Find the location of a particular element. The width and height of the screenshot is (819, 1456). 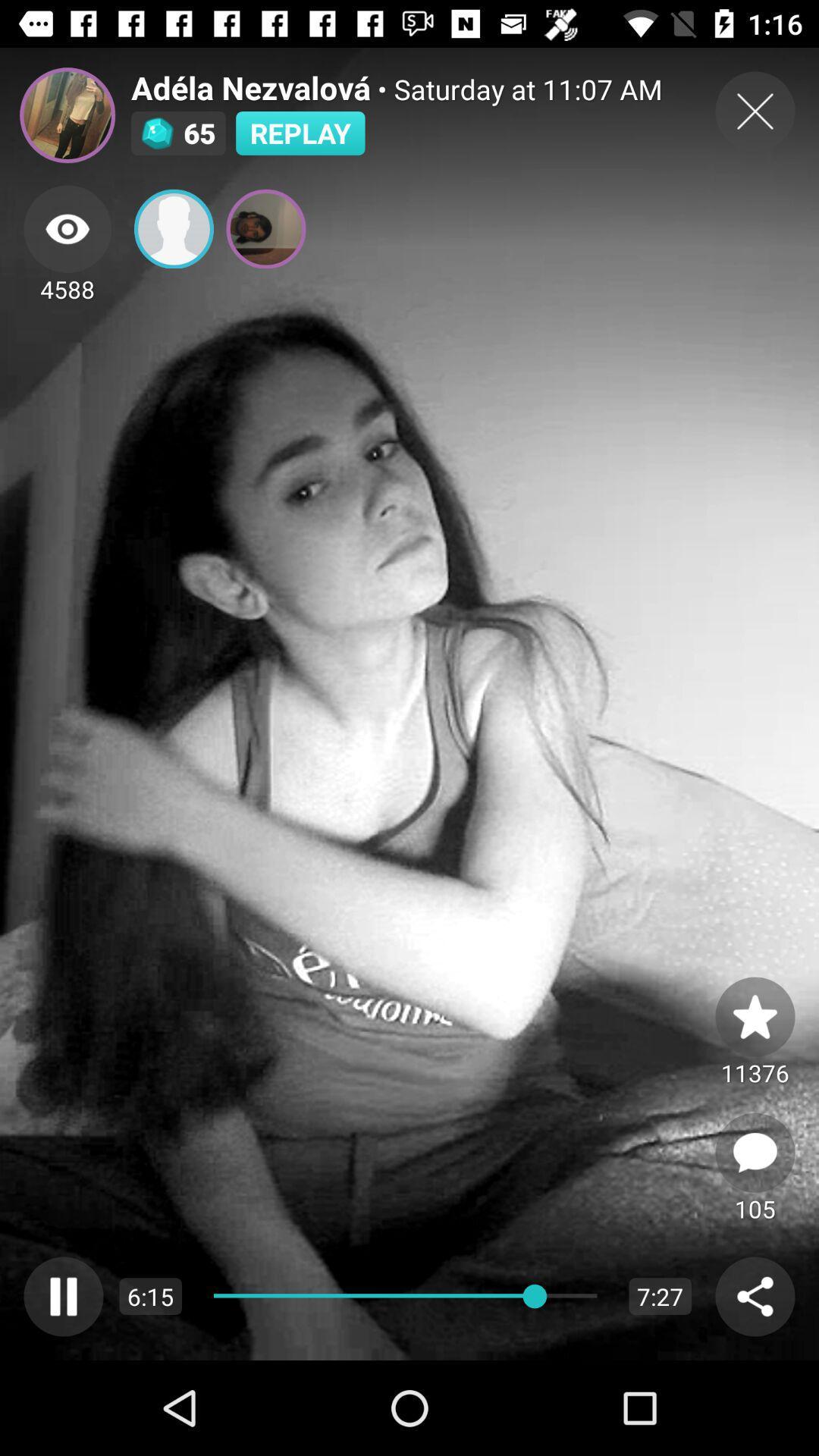

the avatar icon is located at coordinates (67, 115).